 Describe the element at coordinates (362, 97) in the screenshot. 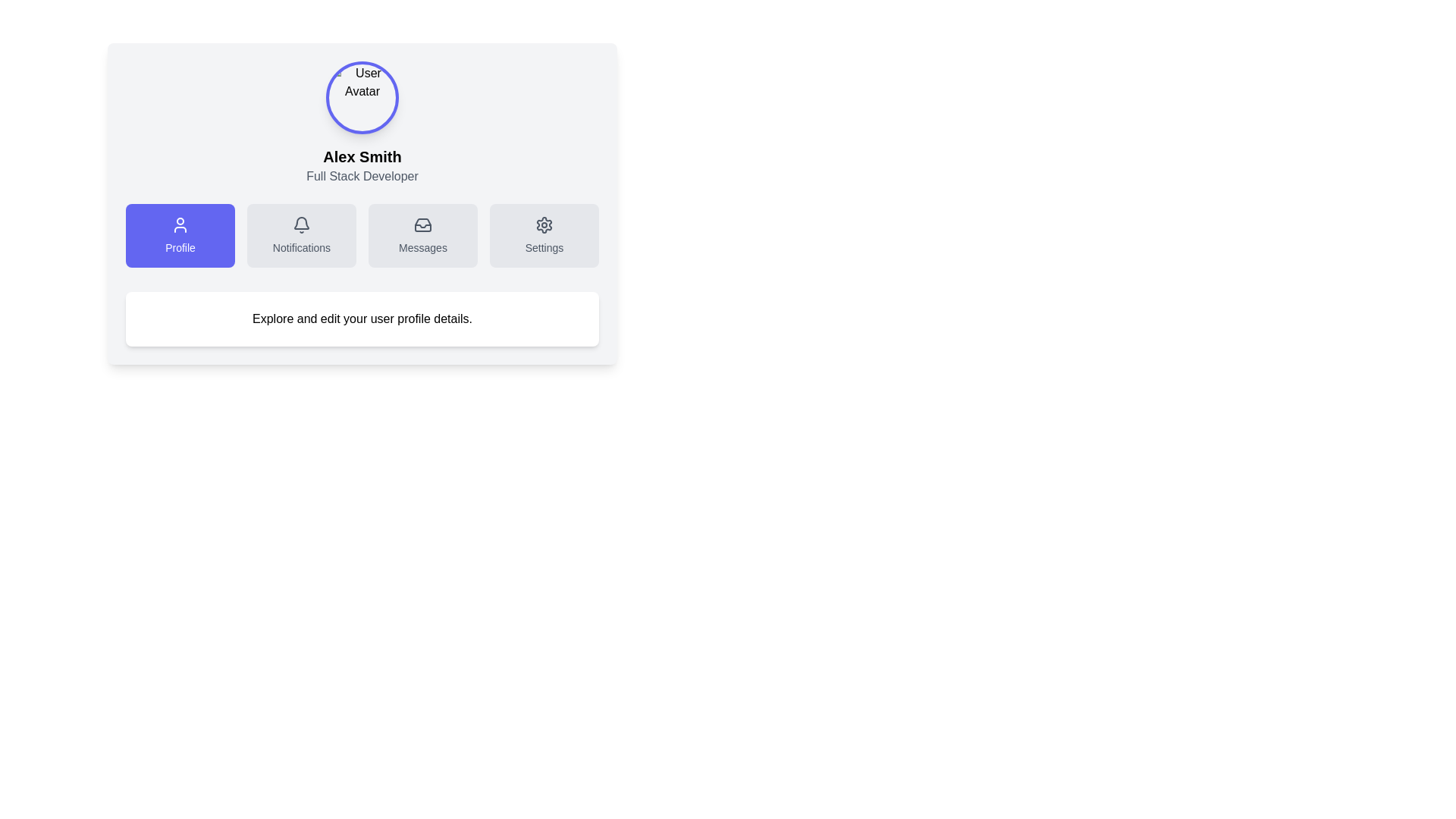

I see `the circular image element with a blue border and shadow effect, which serves as the user avatar, located at the center top of the card layout` at that location.